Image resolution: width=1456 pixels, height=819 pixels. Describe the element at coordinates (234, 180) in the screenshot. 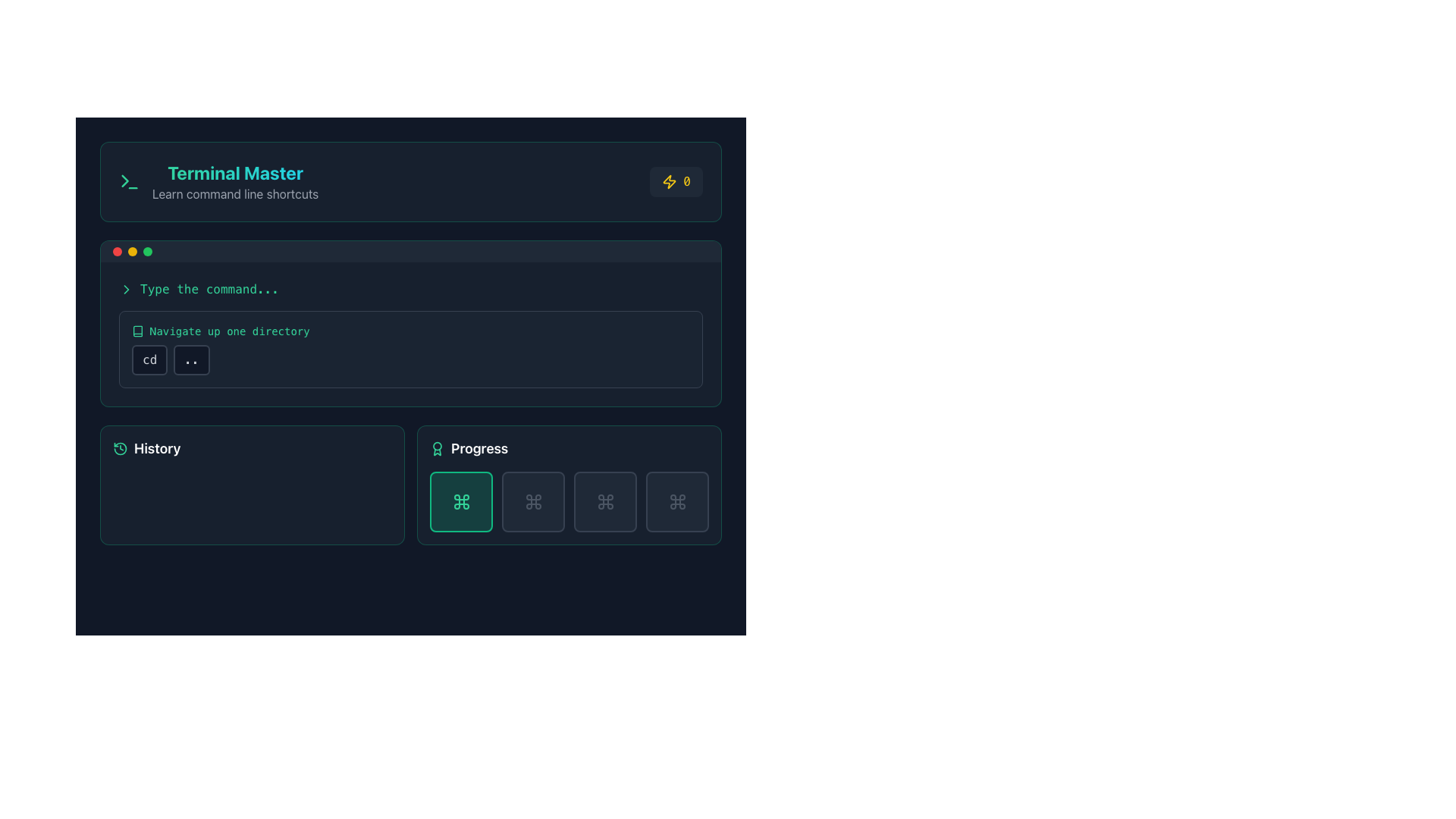

I see `the text element that serves as a title and subtitle, located near the top-left section of the interface, adjacent to the green terminal icon` at that location.